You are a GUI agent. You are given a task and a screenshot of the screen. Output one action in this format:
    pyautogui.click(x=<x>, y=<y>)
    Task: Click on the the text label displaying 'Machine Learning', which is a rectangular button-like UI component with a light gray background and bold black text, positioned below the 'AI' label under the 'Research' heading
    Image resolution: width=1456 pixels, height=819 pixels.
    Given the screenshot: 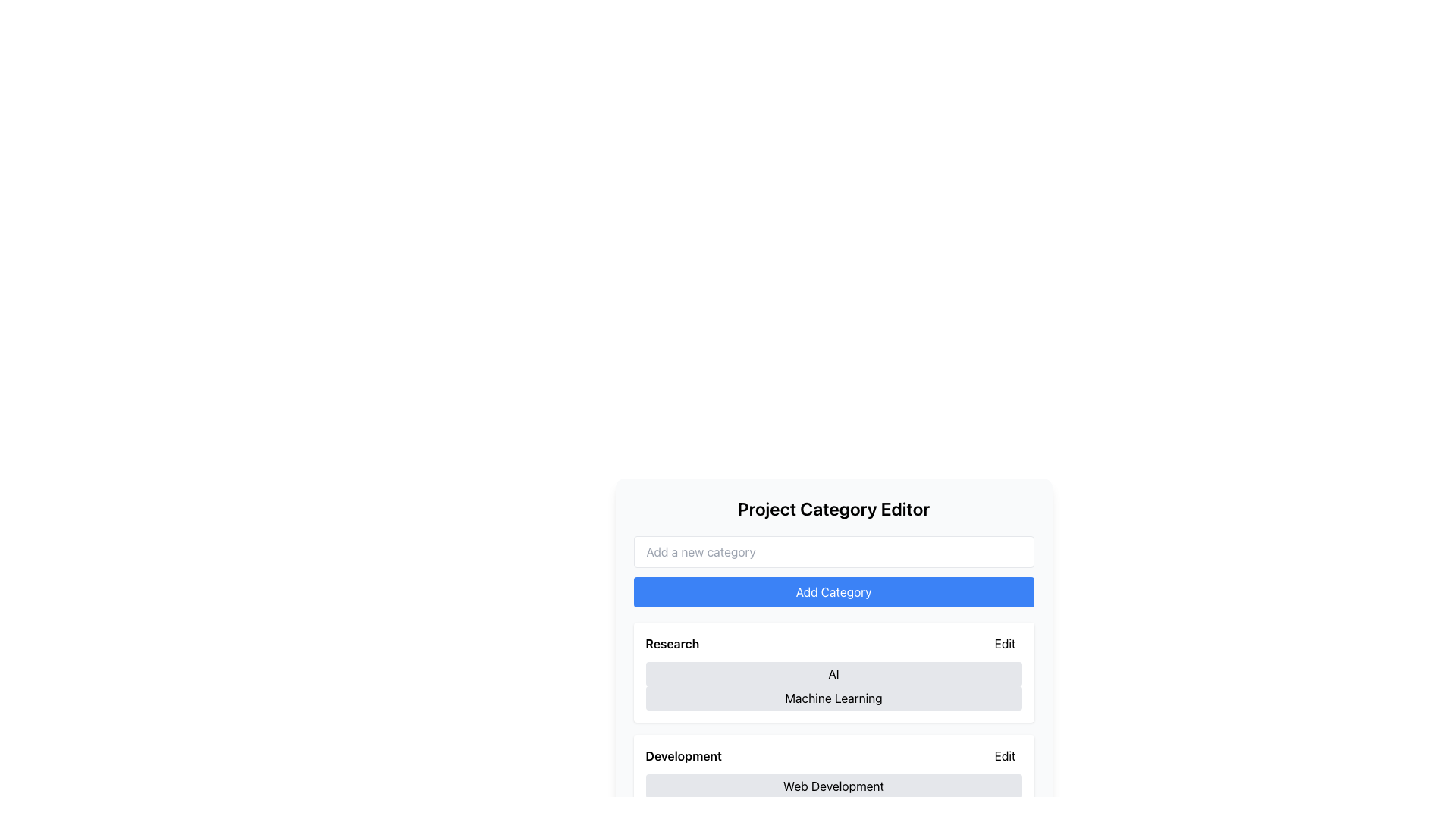 What is the action you would take?
    pyautogui.click(x=833, y=698)
    